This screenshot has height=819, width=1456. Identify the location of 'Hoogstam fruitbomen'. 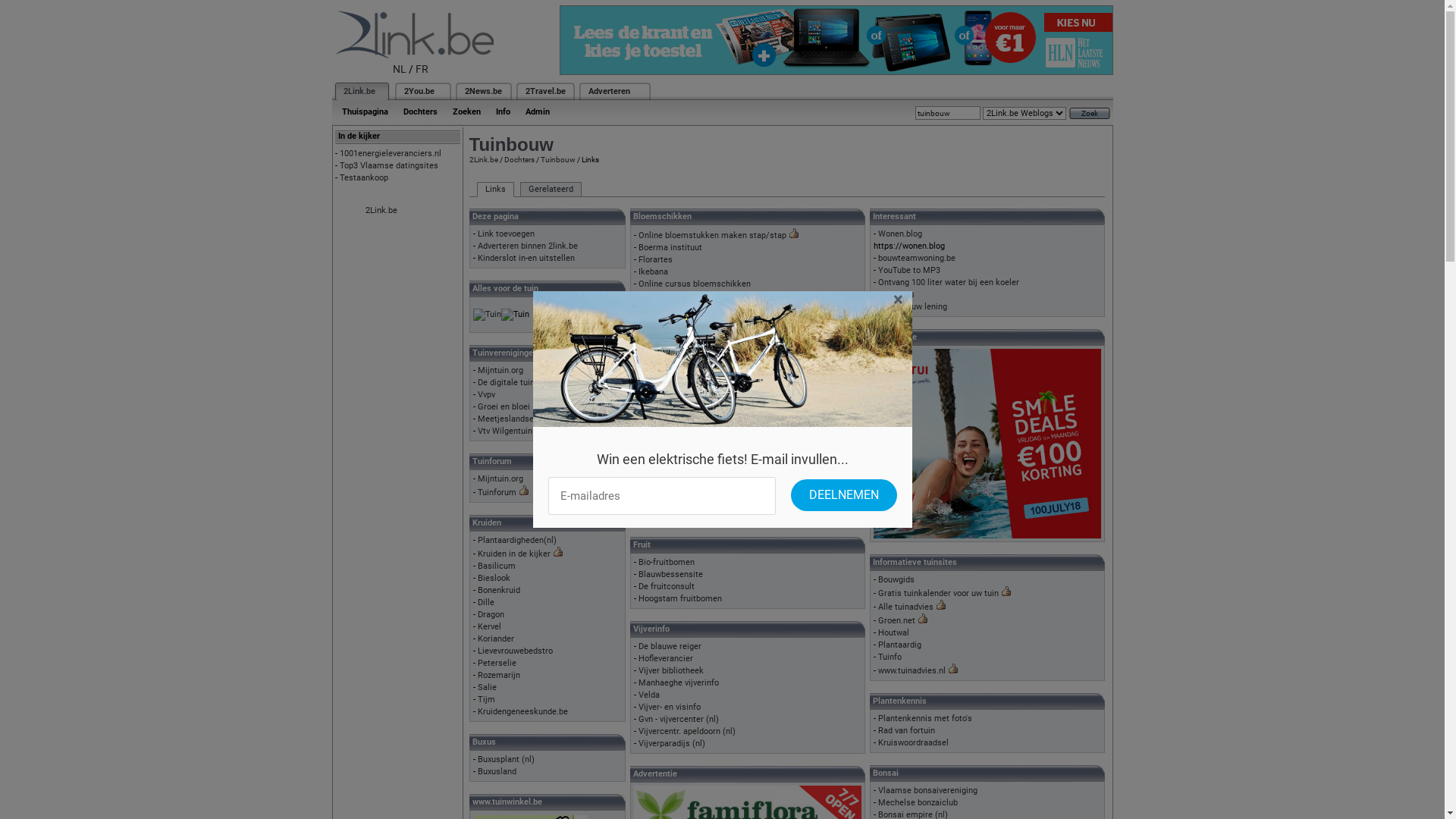
(679, 598).